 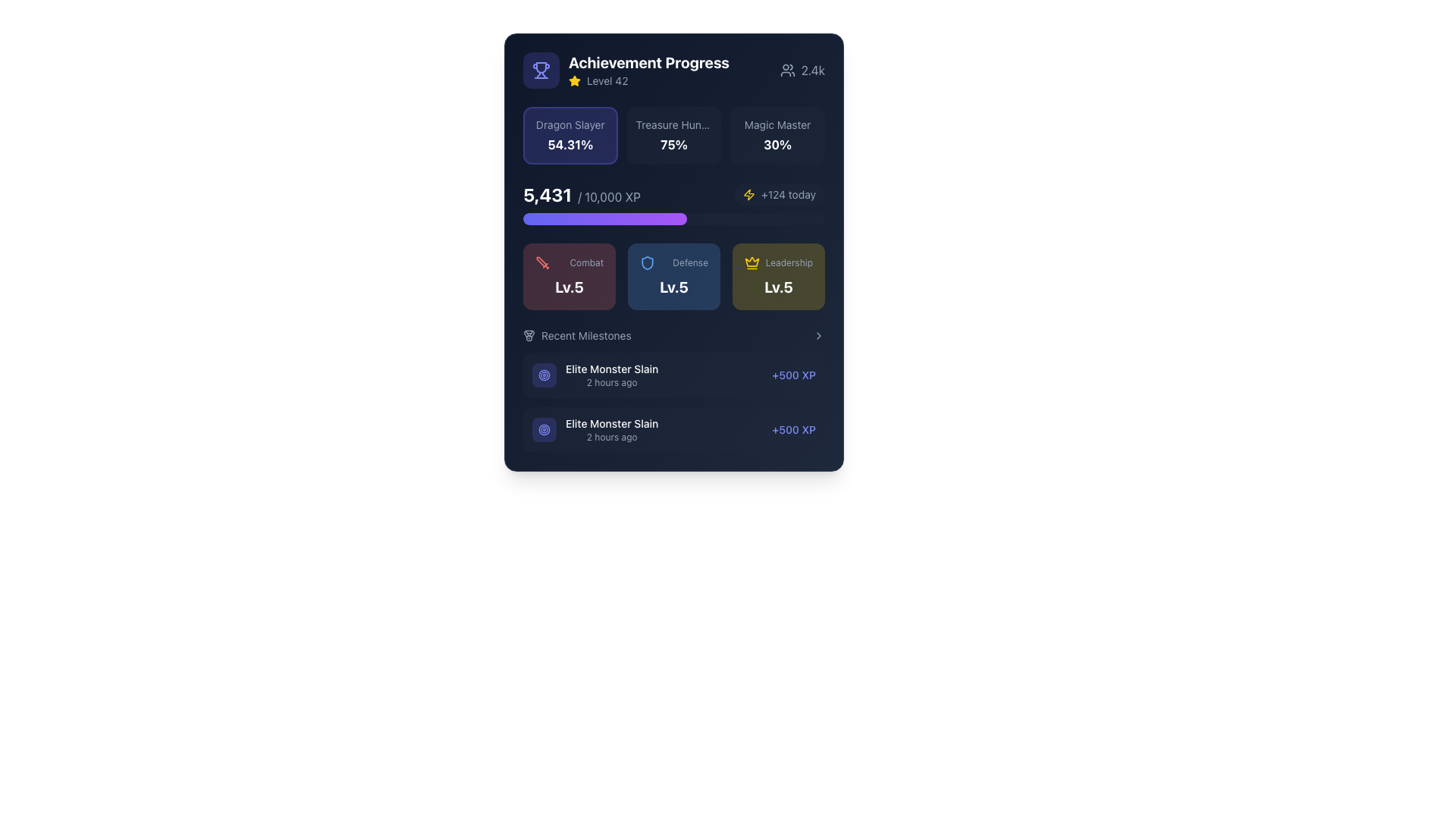 What do you see at coordinates (544, 430) in the screenshot?
I see `the largest SVG Circle Element representing a milestone in the 'Achievement Progress' card, located in the bottom left section adjacent` at bounding box center [544, 430].